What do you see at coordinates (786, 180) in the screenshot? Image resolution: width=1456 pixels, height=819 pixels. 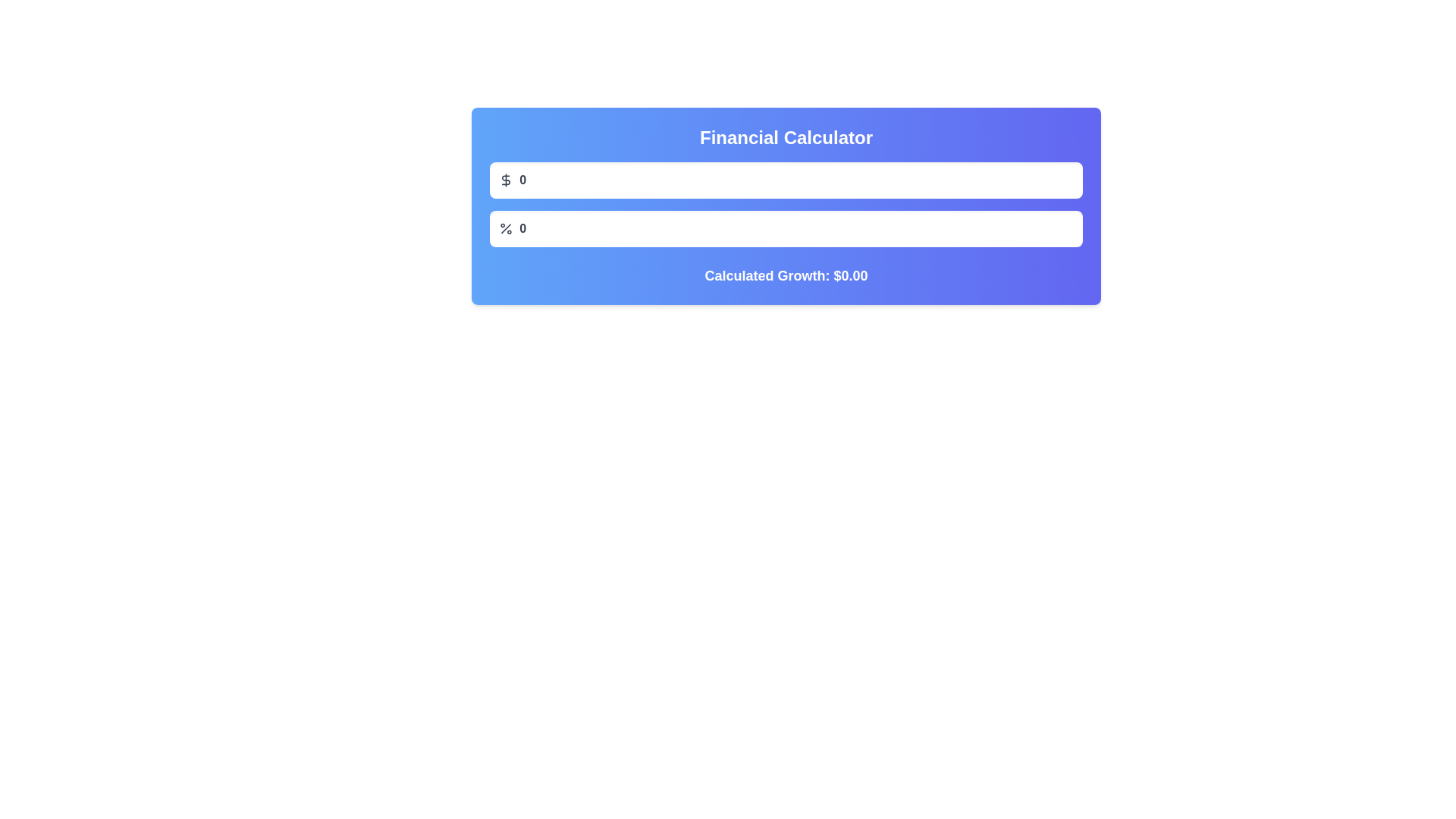 I see `the first input field for monetary values, which is prefixed by a dollar symbol` at bounding box center [786, 180].